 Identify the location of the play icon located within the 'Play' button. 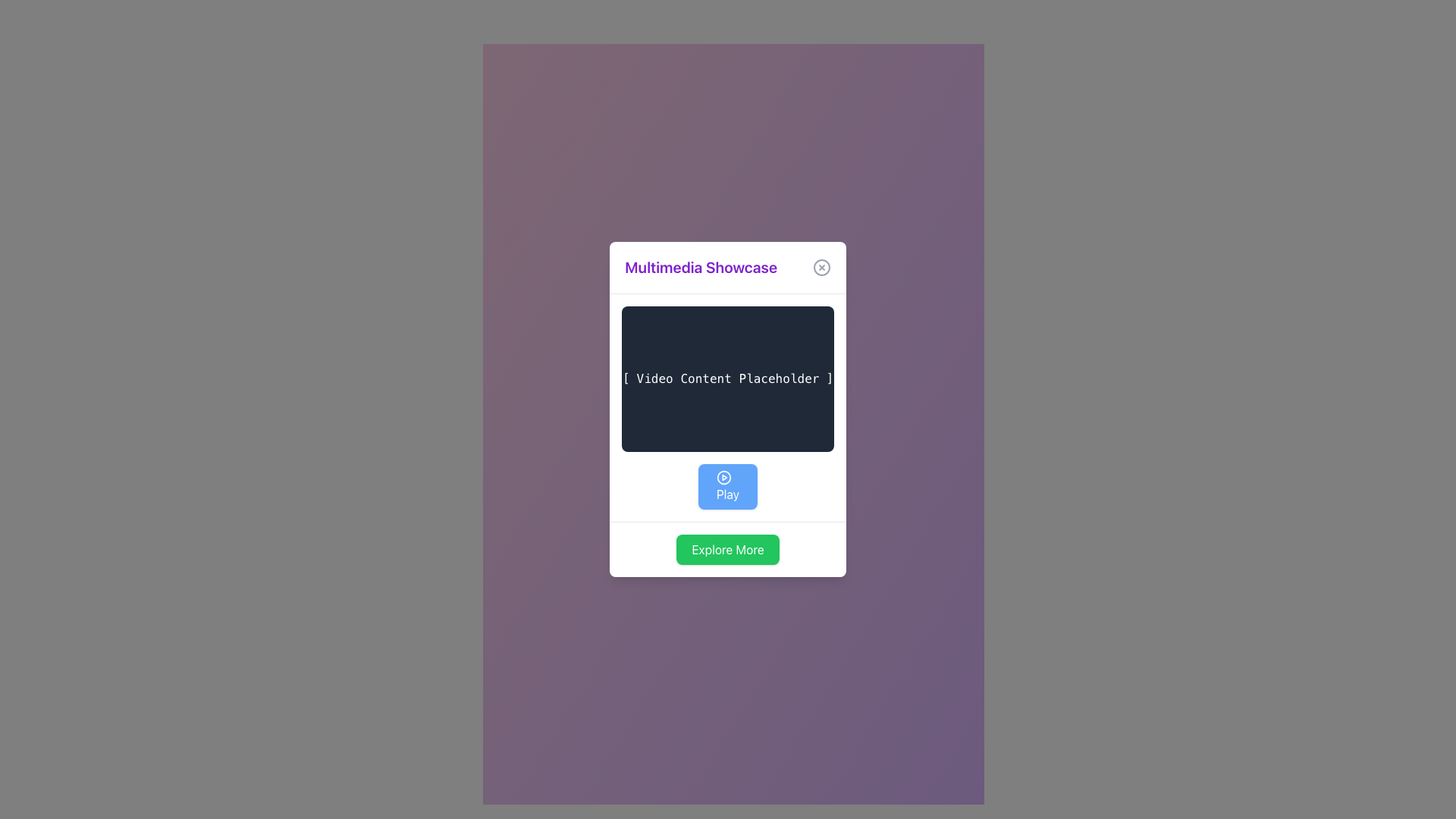
(723, 476).